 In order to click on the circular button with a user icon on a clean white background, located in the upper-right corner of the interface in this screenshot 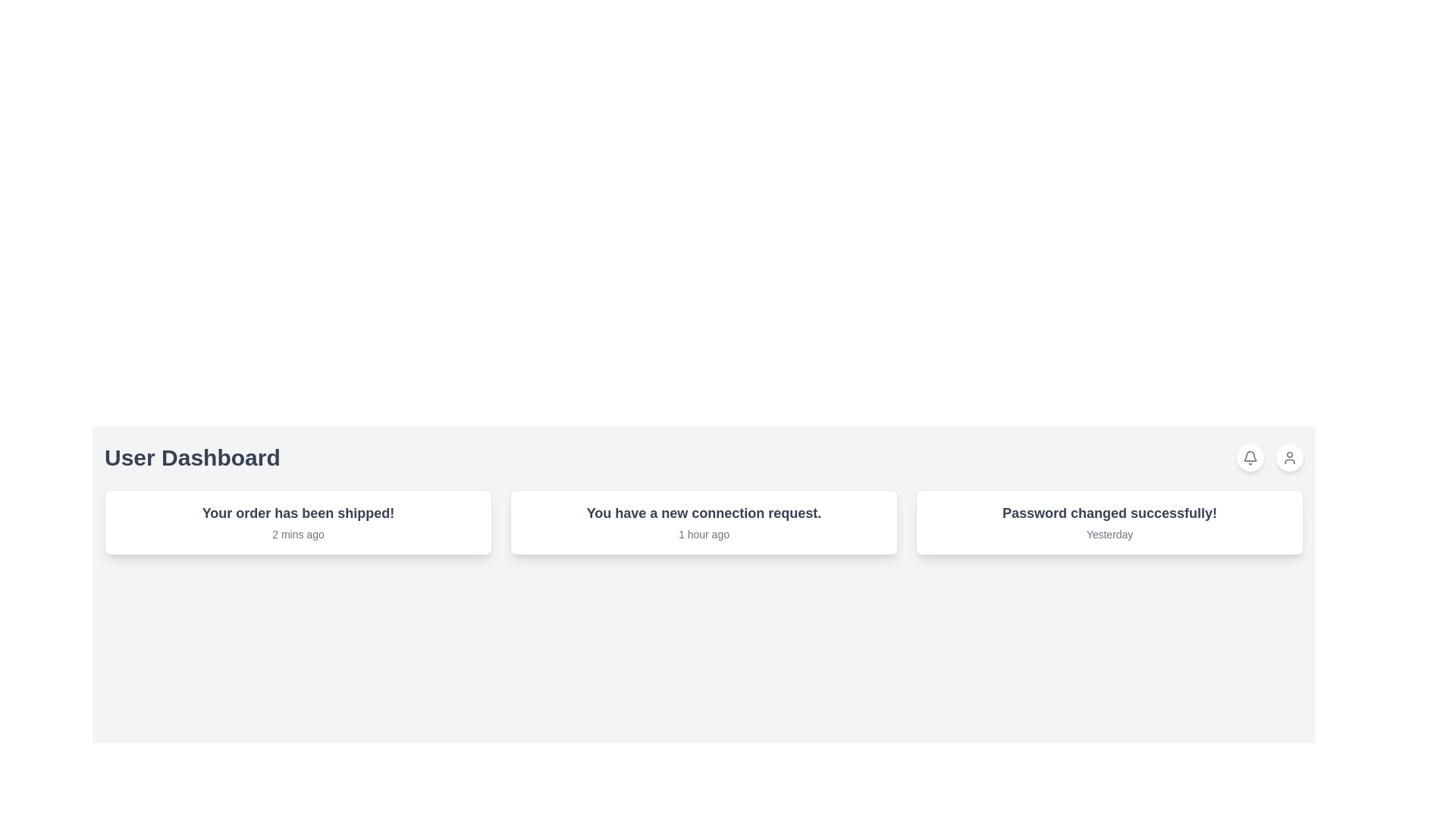, I will do `click(1288, 457)`.